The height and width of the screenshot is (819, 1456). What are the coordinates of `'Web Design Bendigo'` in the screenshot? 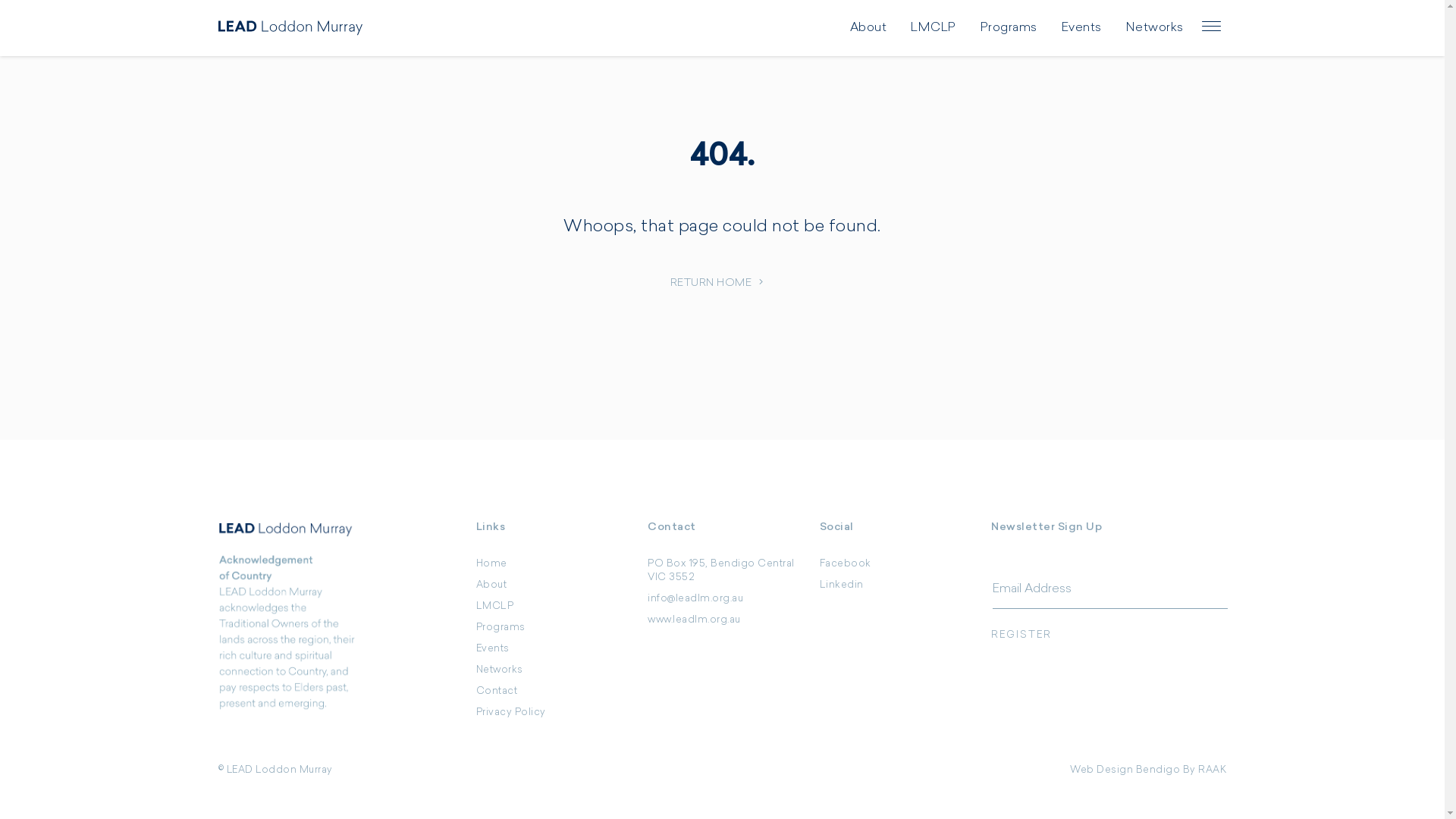 It's located at (1125, 770).